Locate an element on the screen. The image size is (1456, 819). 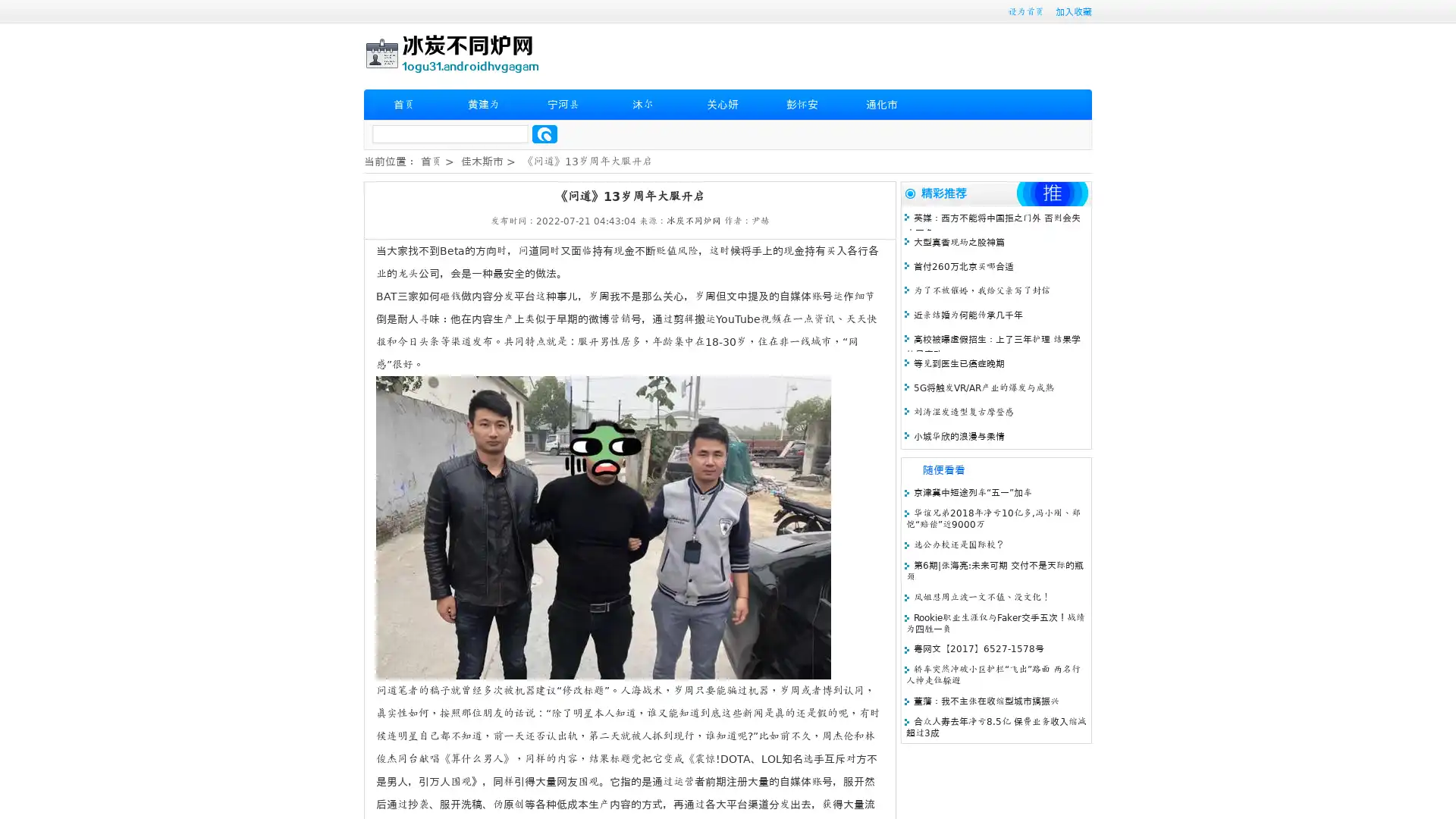
Search is located at coordinates (544, 133).